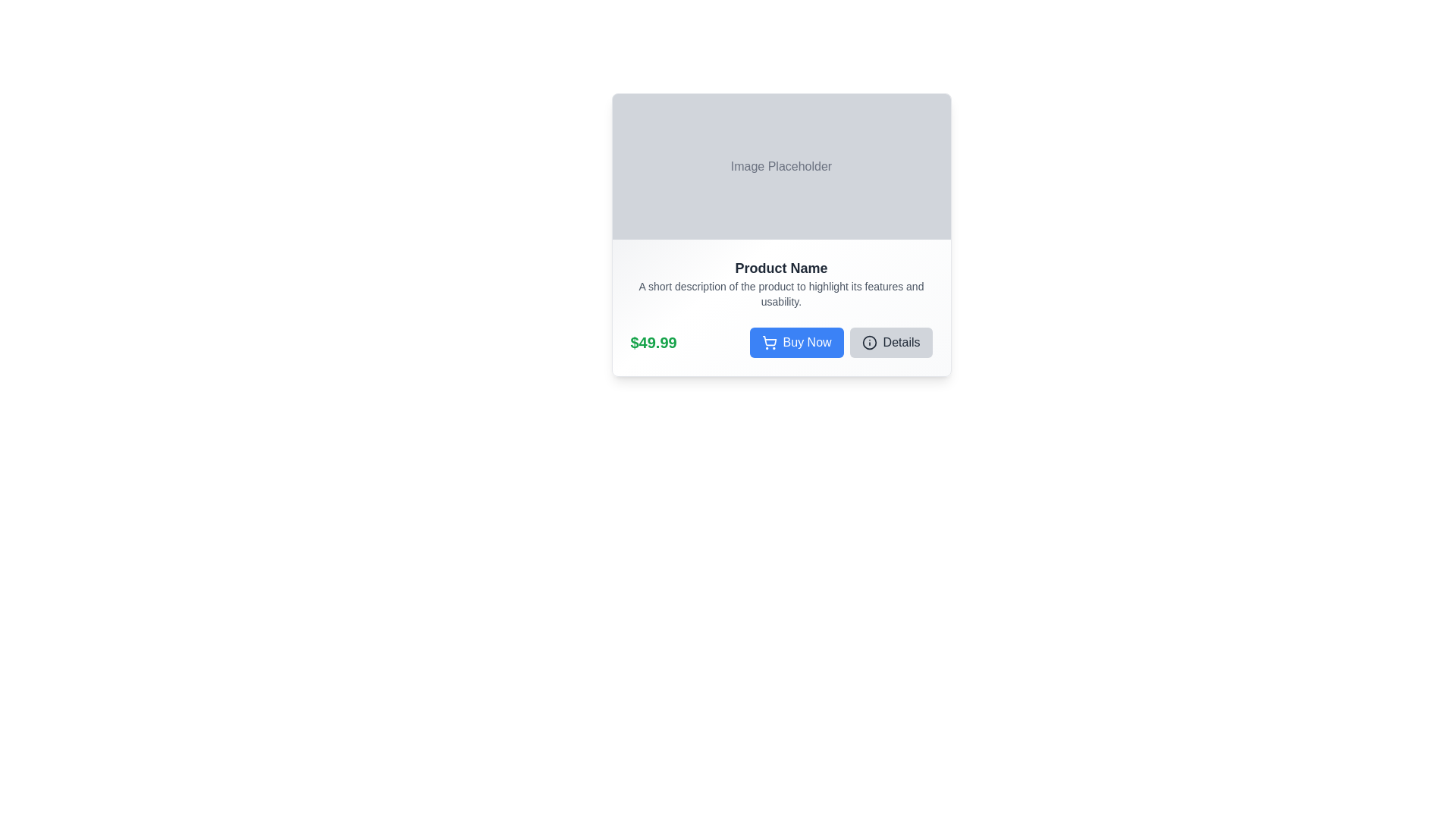 Image resolution: width=1456 pixels, height=819 pixels. I want to click on the 'Buy Now' button located in the bottom right corner of the product preview card, next to the green price tag that reads '$49.99', to purchase the product, so click(839, 342).